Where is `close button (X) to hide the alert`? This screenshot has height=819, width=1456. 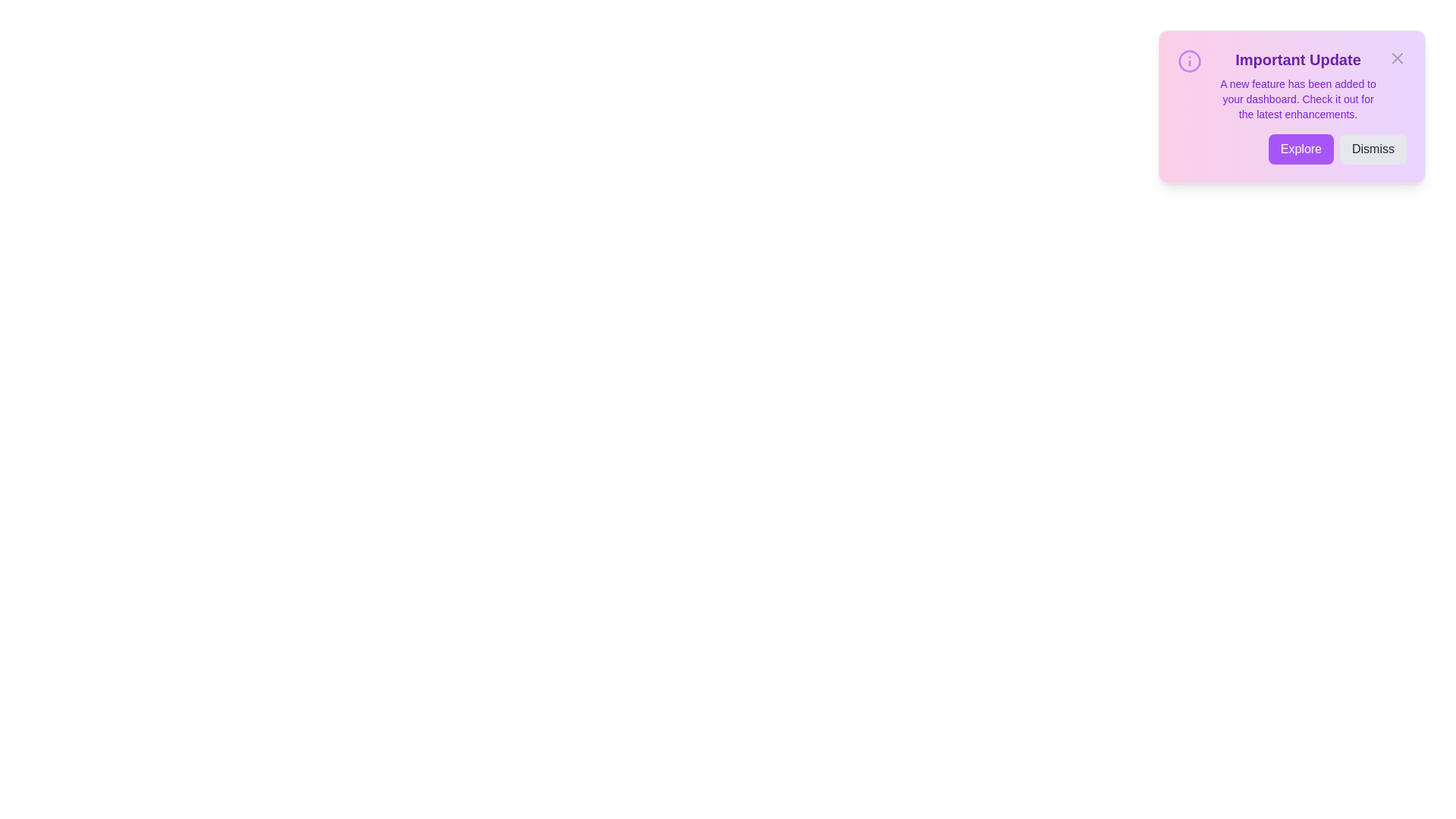
close button (X) to hide the alert is located at coordinates (1397, 58).